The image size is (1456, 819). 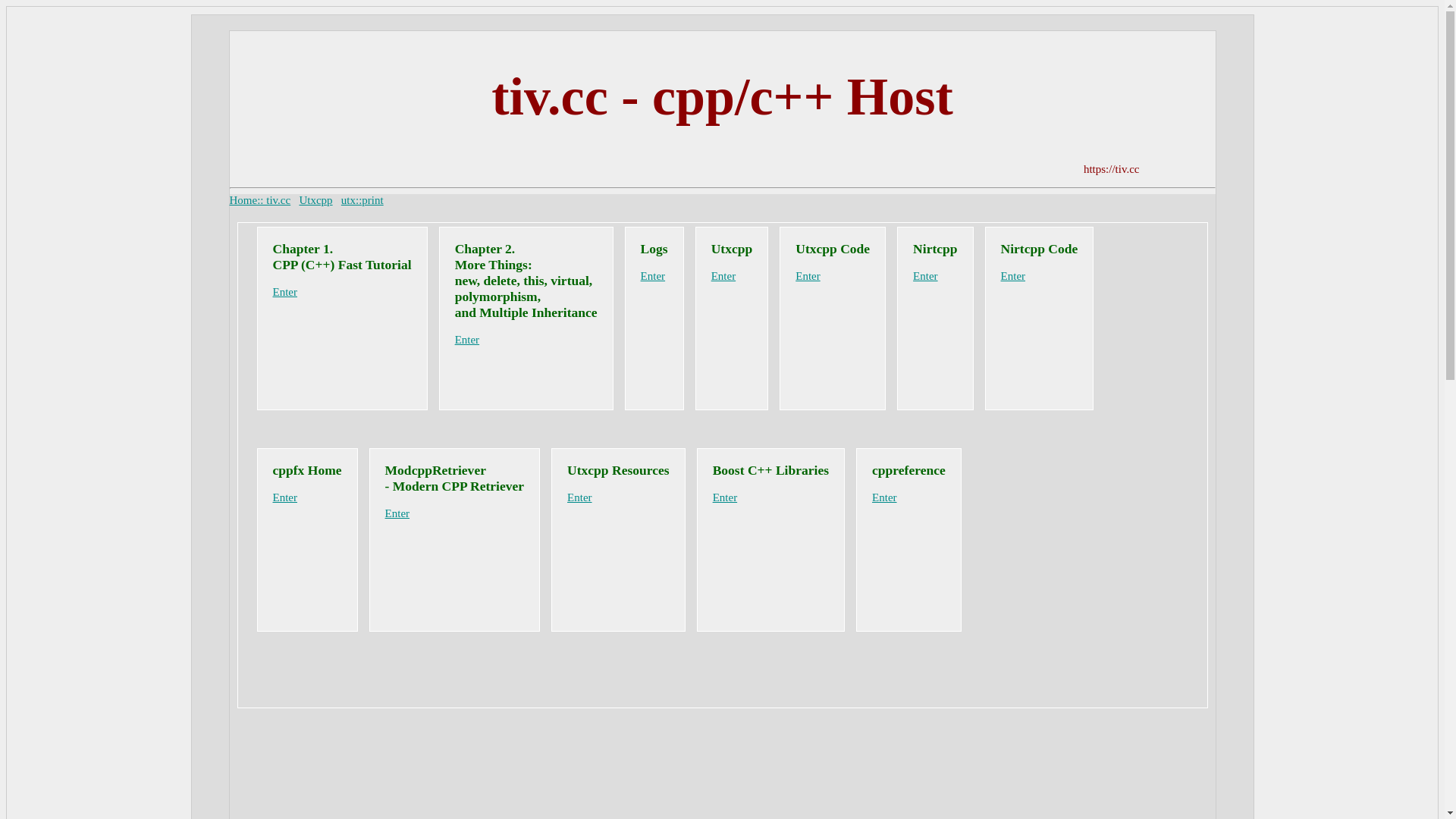 What do you see at coordinates (284, 292) in the screenshot?
I see `'Enter'` at bounding box center [284, 292].